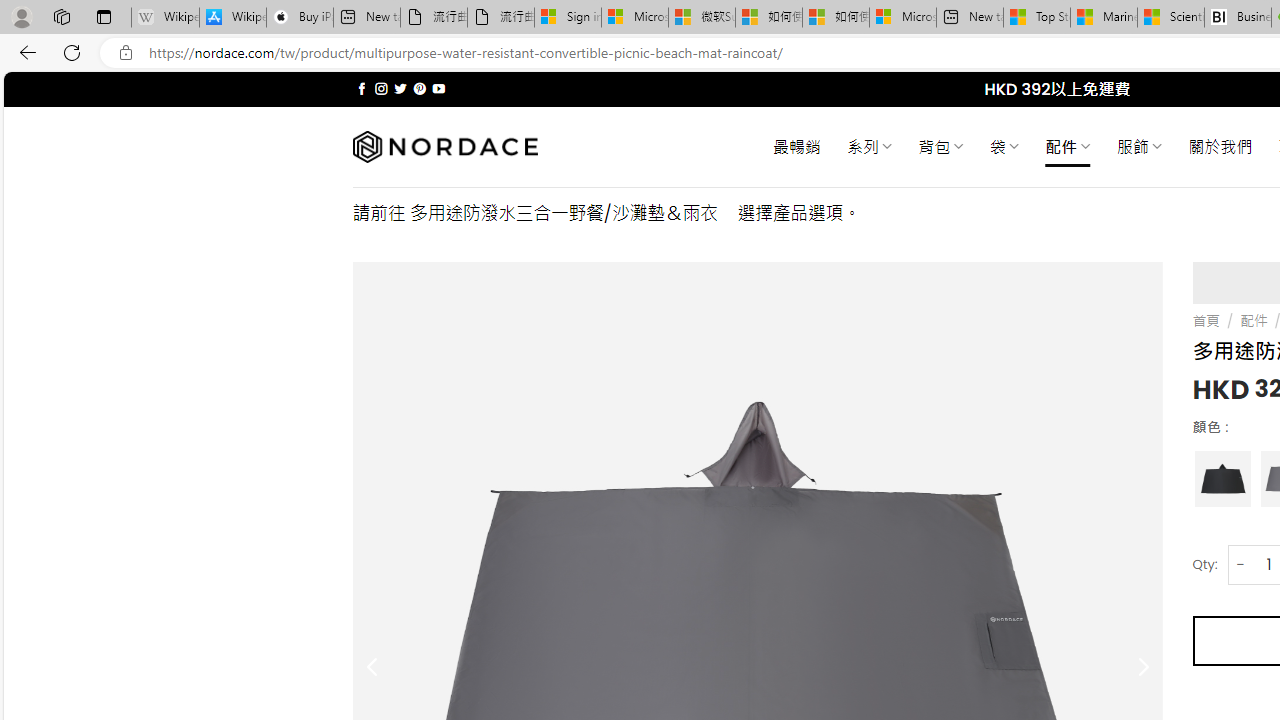 This screenshot has height=720, width=1280. I want to click on 'Follow on Instagram', so click(381, 88).